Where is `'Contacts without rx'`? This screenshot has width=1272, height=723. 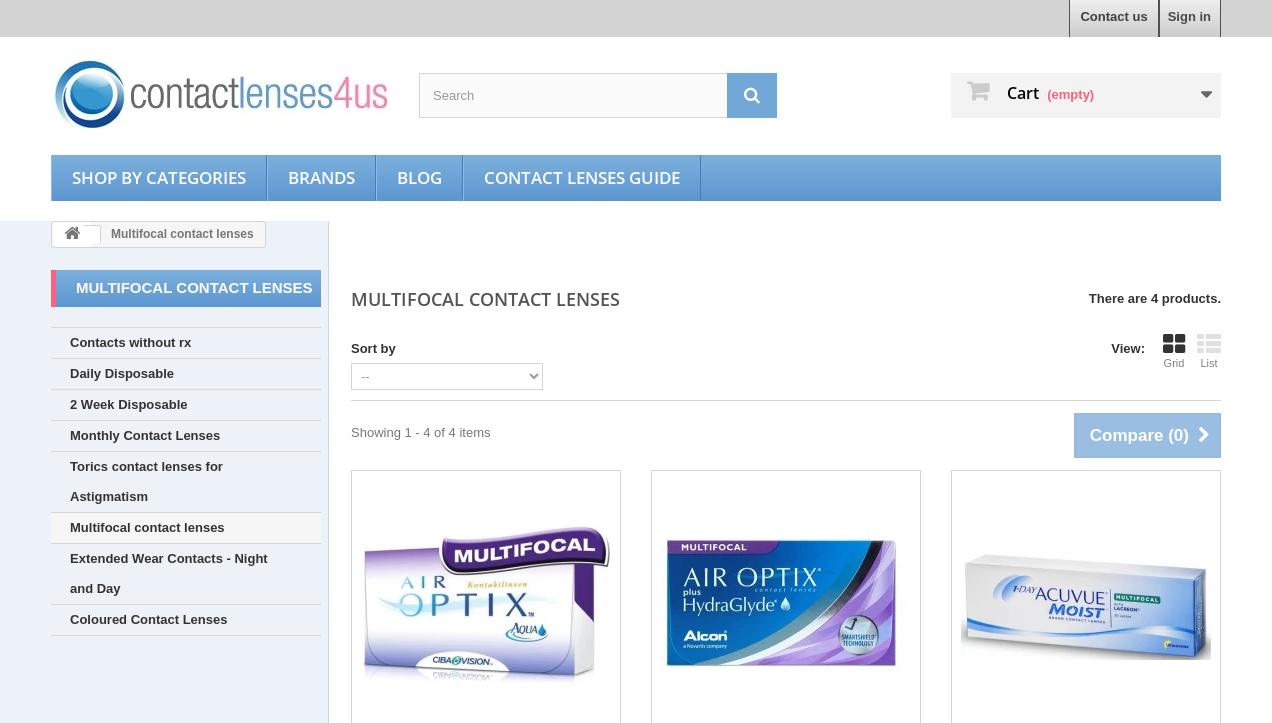 'Contacts without rx' is located at coordinates (129, 342).